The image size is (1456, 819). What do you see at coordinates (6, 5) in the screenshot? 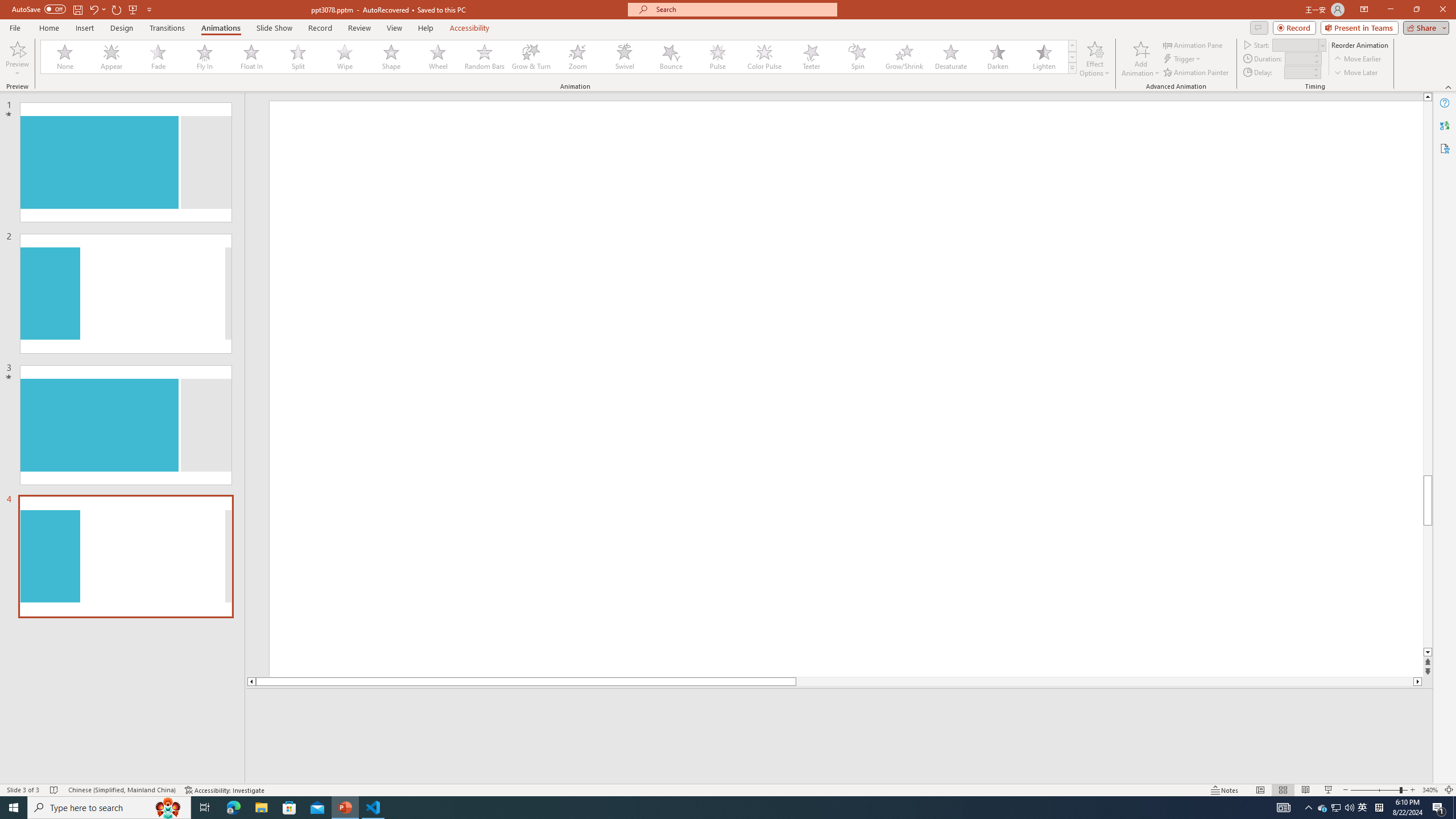
I see `'System'` at bounding box center [6, 5].